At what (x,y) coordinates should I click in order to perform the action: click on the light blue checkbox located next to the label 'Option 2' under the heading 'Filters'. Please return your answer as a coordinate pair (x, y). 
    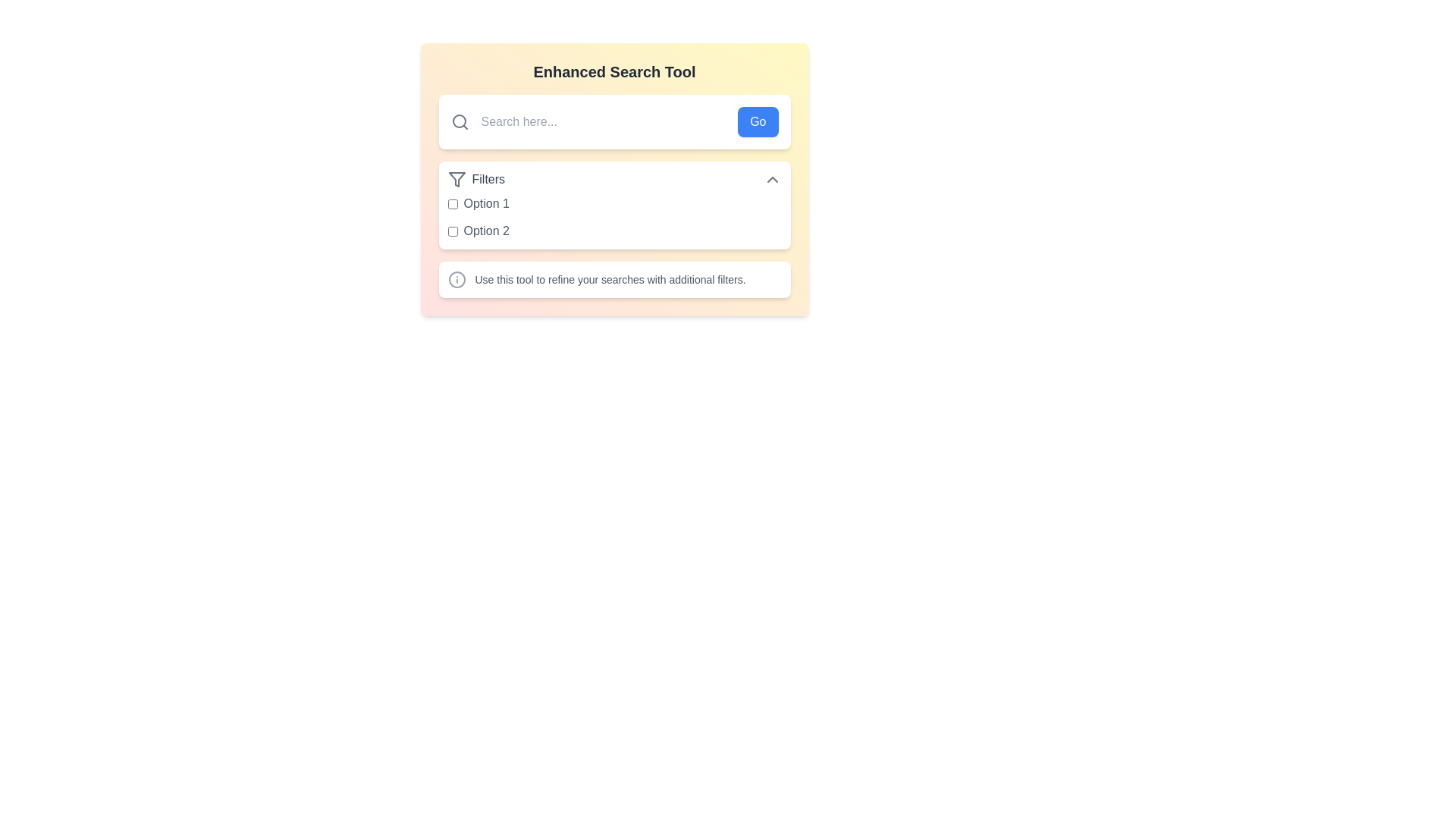
    Looking at the image, I should click on (451, 231).